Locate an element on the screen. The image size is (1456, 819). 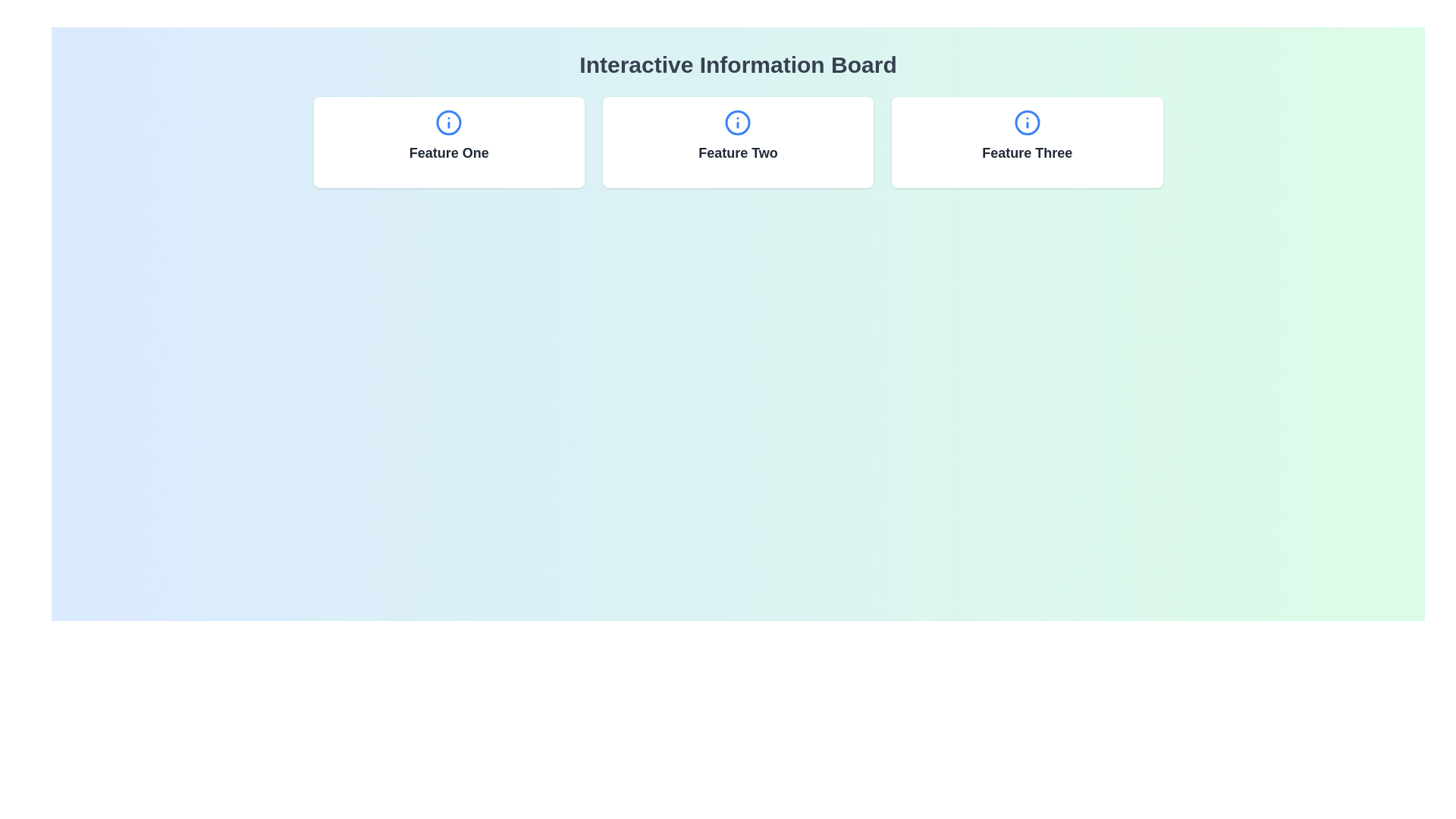
the 'Feature Two' Box Card is located at coordinates (738, 143).